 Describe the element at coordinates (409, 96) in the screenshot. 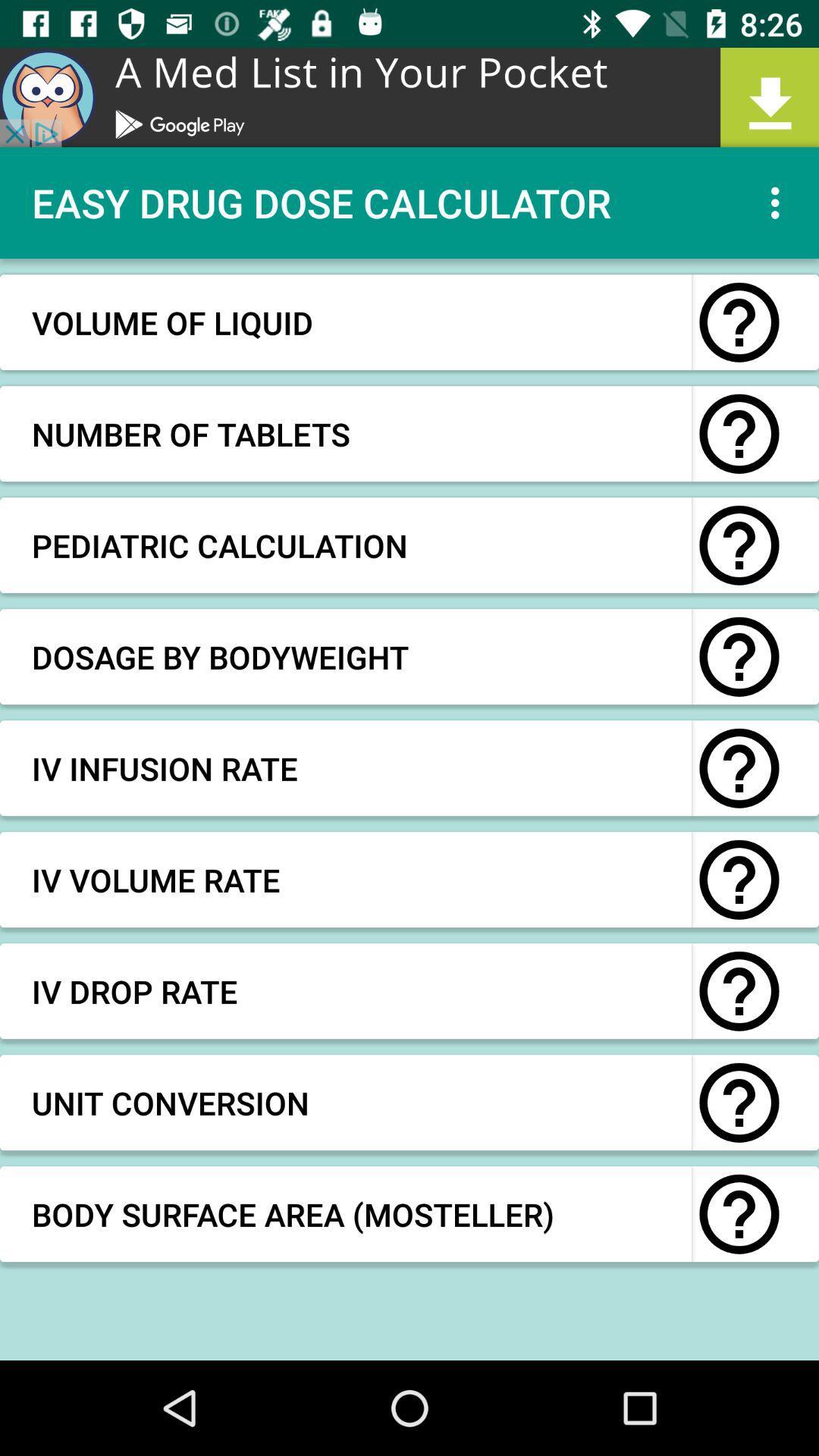

I see `download option` at that location.